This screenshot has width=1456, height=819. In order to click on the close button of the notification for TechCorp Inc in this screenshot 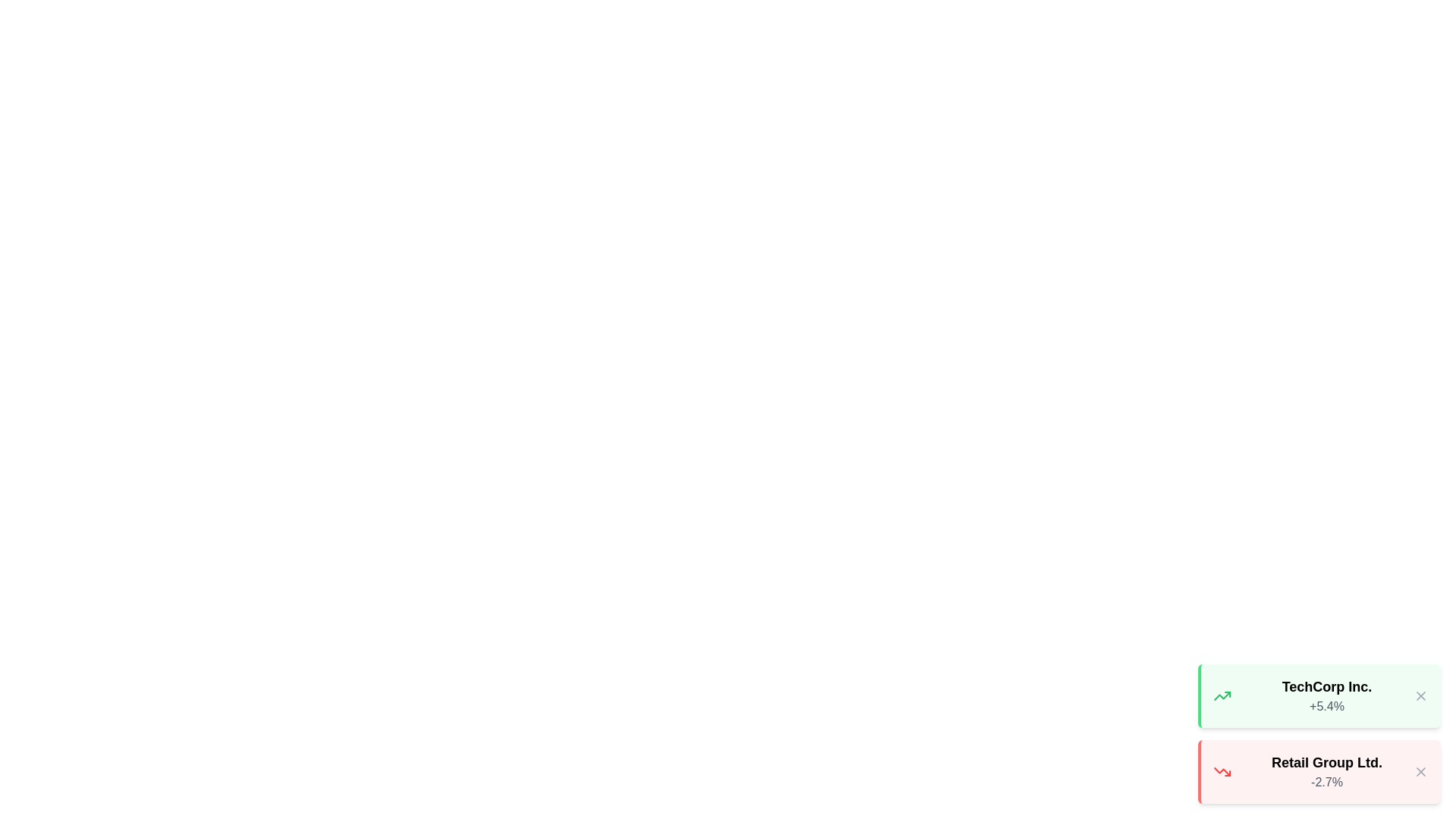, I will do `click(1420, 696)`.